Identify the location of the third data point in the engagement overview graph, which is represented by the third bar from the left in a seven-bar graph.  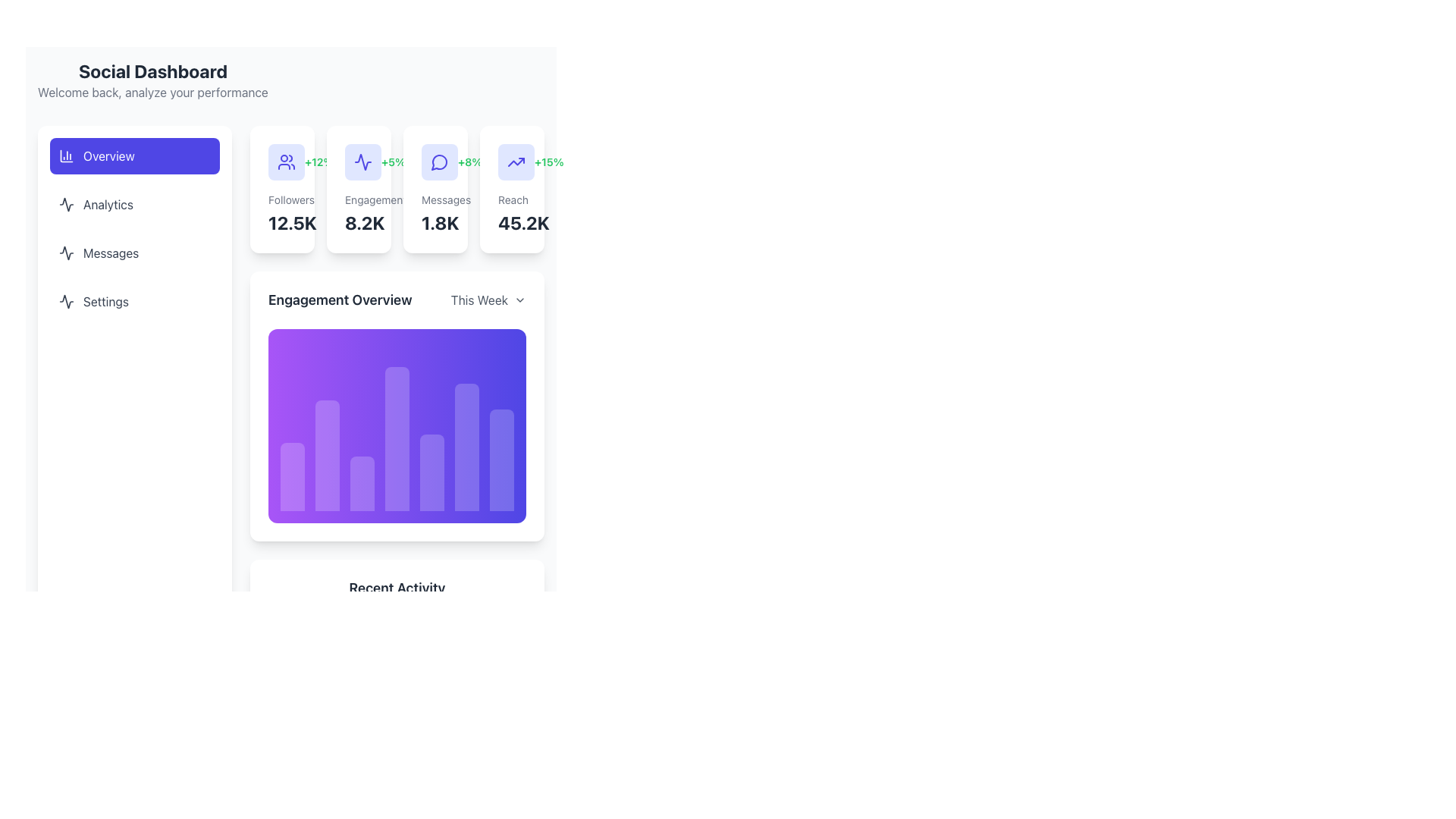
(362, 483).